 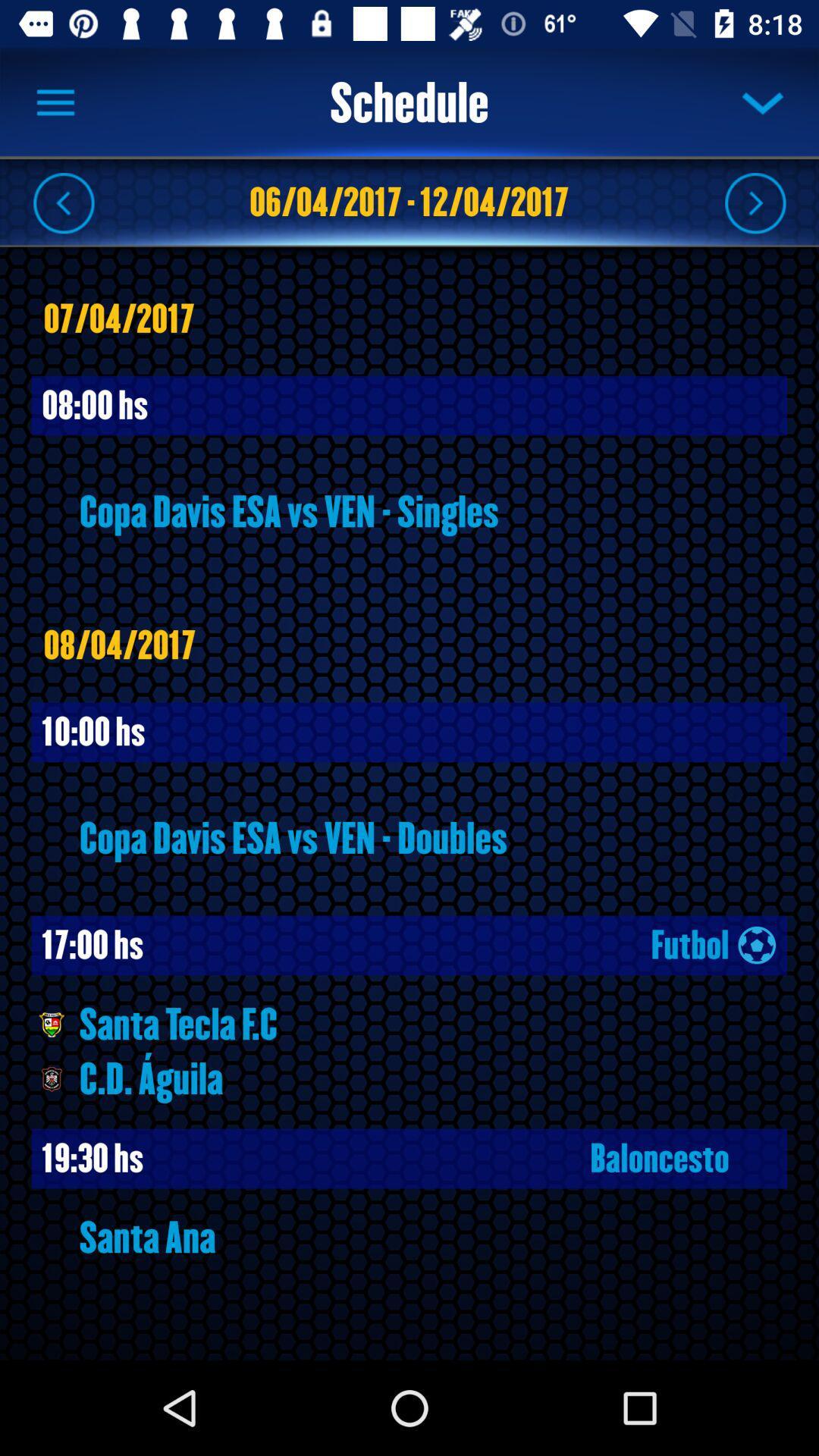 I want to click on backward, so click(x=63, y=202).